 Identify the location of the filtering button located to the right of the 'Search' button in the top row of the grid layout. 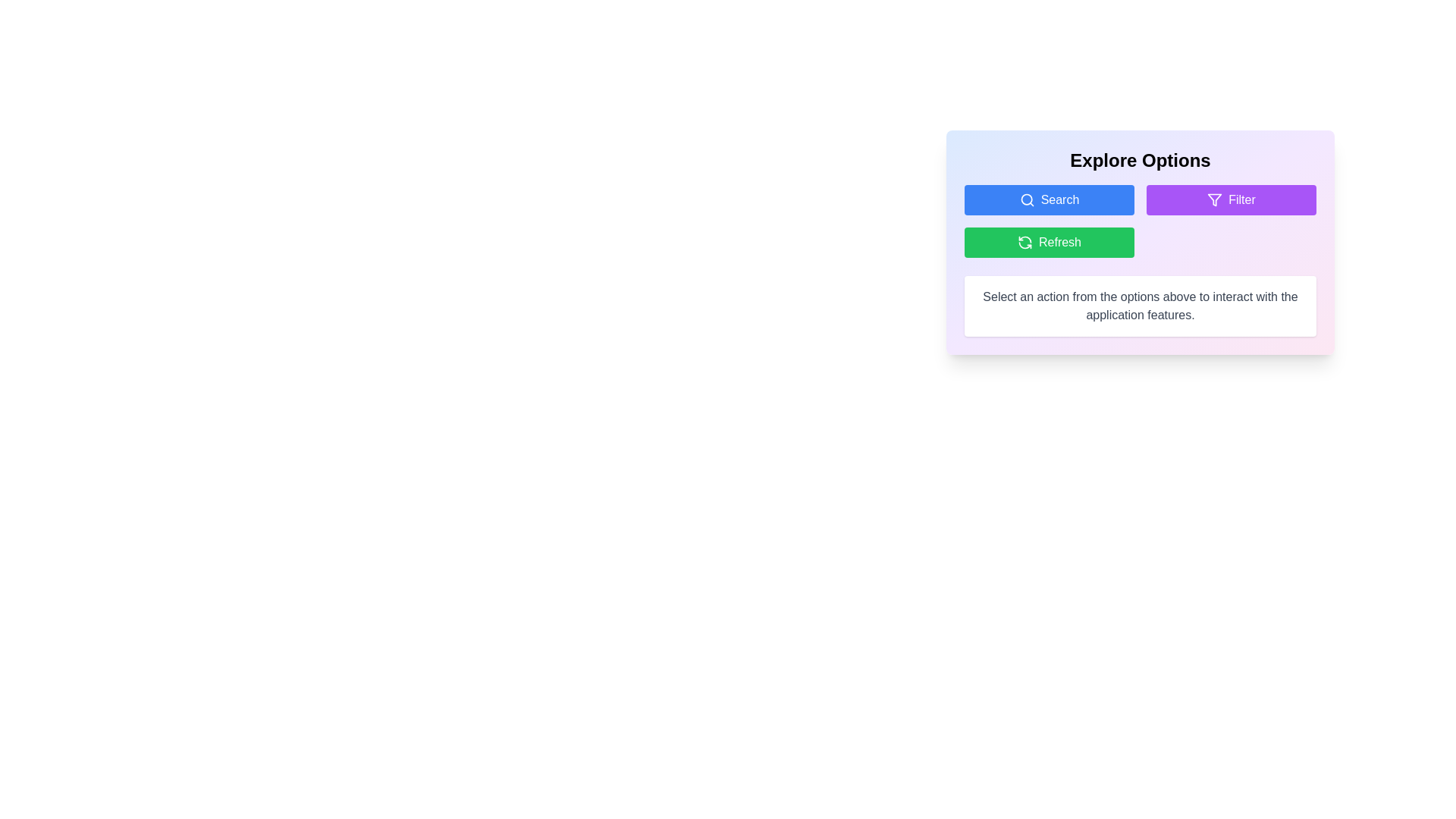
(1231, 199).